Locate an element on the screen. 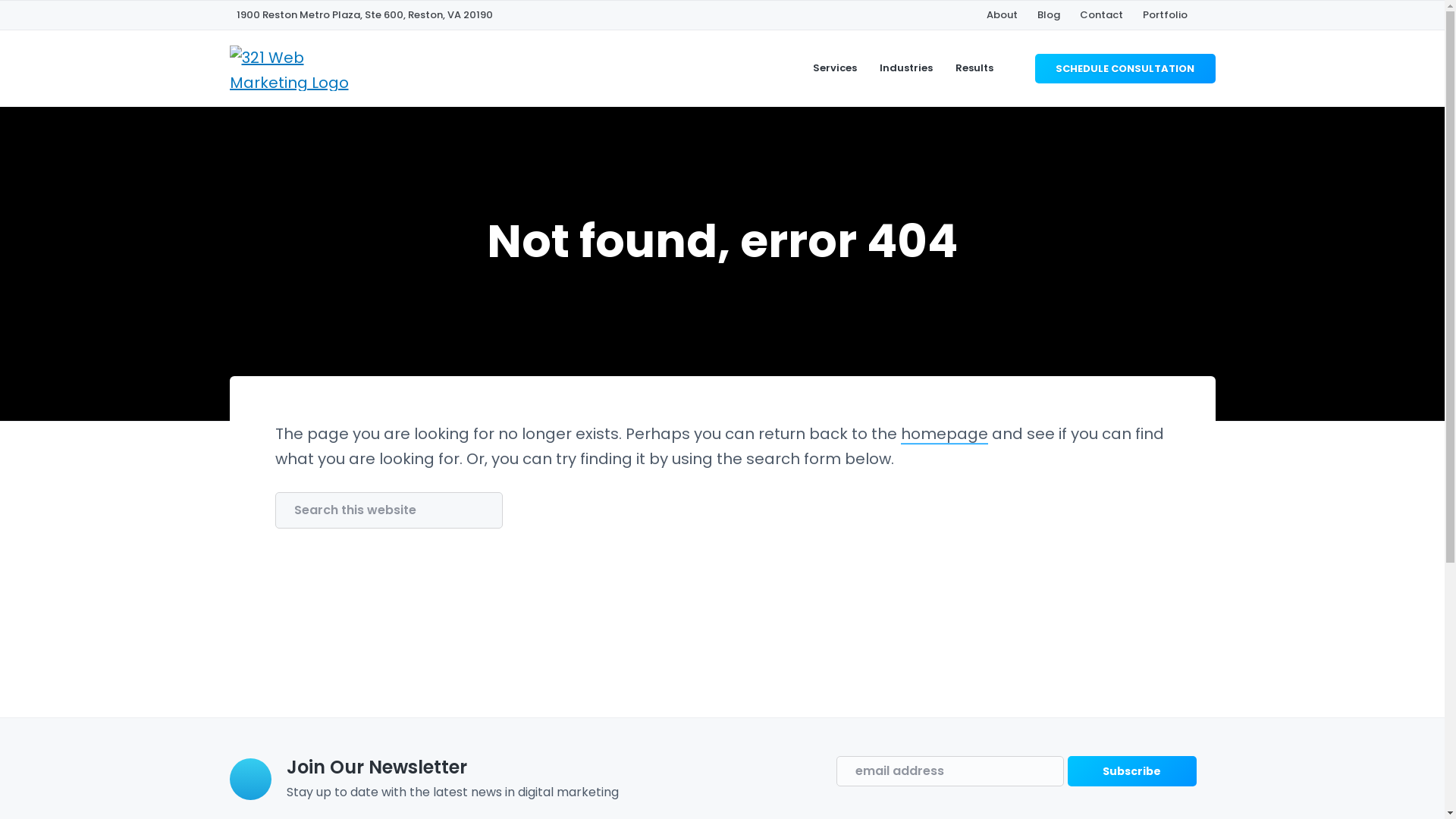 Image resolution: width=1456 pixels, height=819 pixels. '1900 Reston Metro Plaza, Ste 600, Reston, VA 20190' is located at coordinates (364, 14).